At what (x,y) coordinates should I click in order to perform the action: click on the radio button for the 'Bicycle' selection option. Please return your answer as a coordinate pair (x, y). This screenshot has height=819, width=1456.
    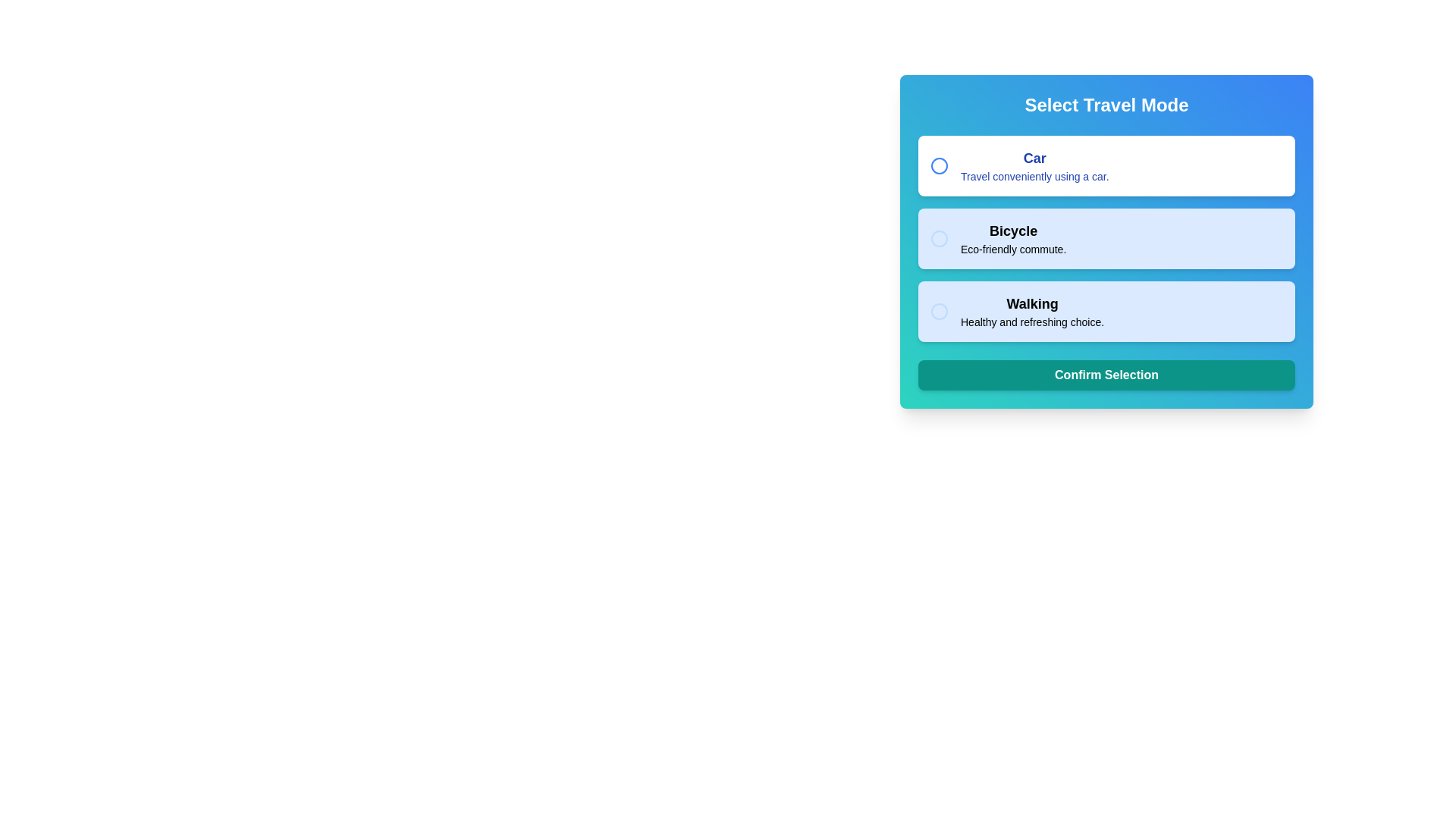
    Looking at the image, I should click on (938, 239).